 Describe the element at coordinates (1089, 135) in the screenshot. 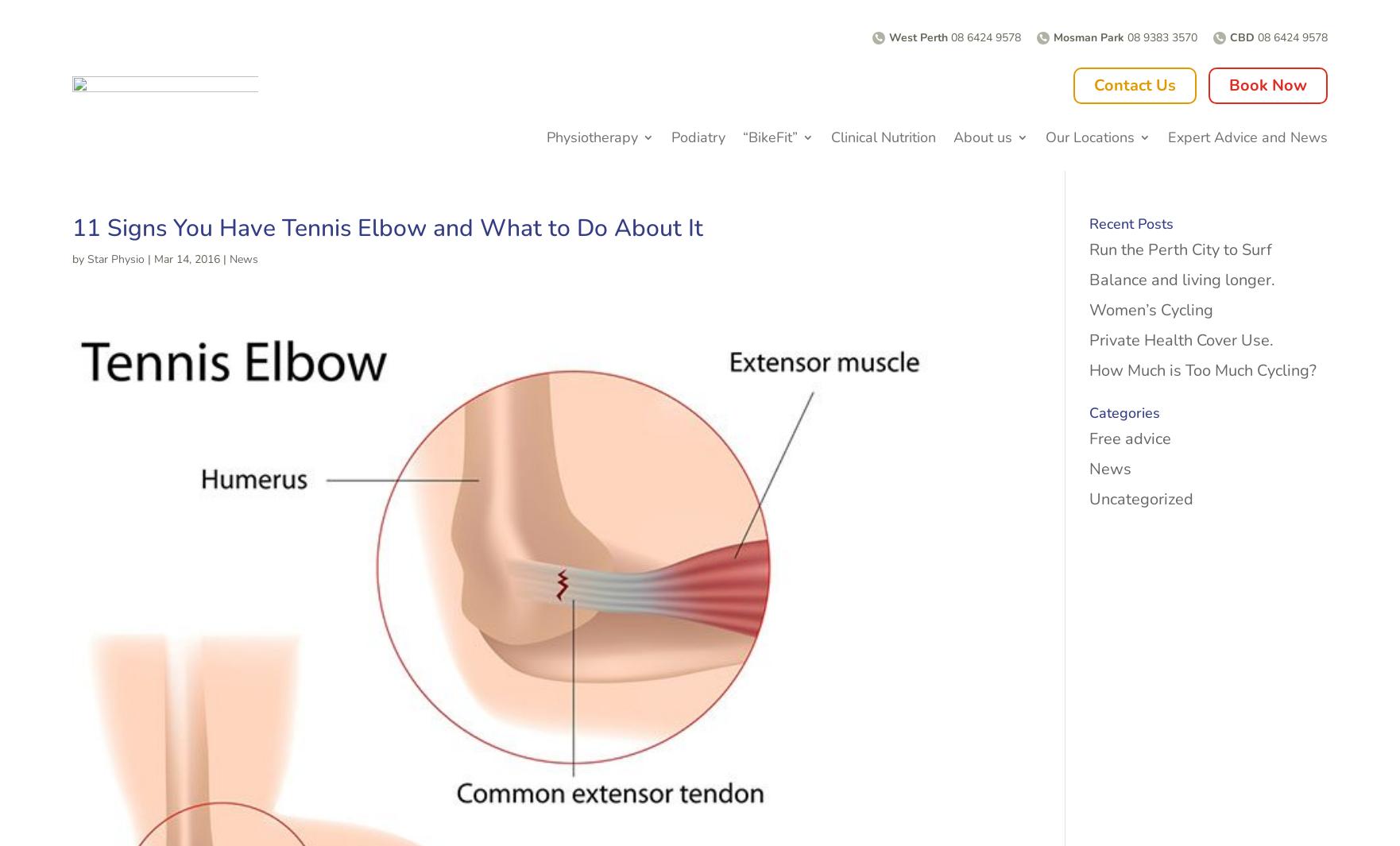

I see `'Our Locations'` at that location.